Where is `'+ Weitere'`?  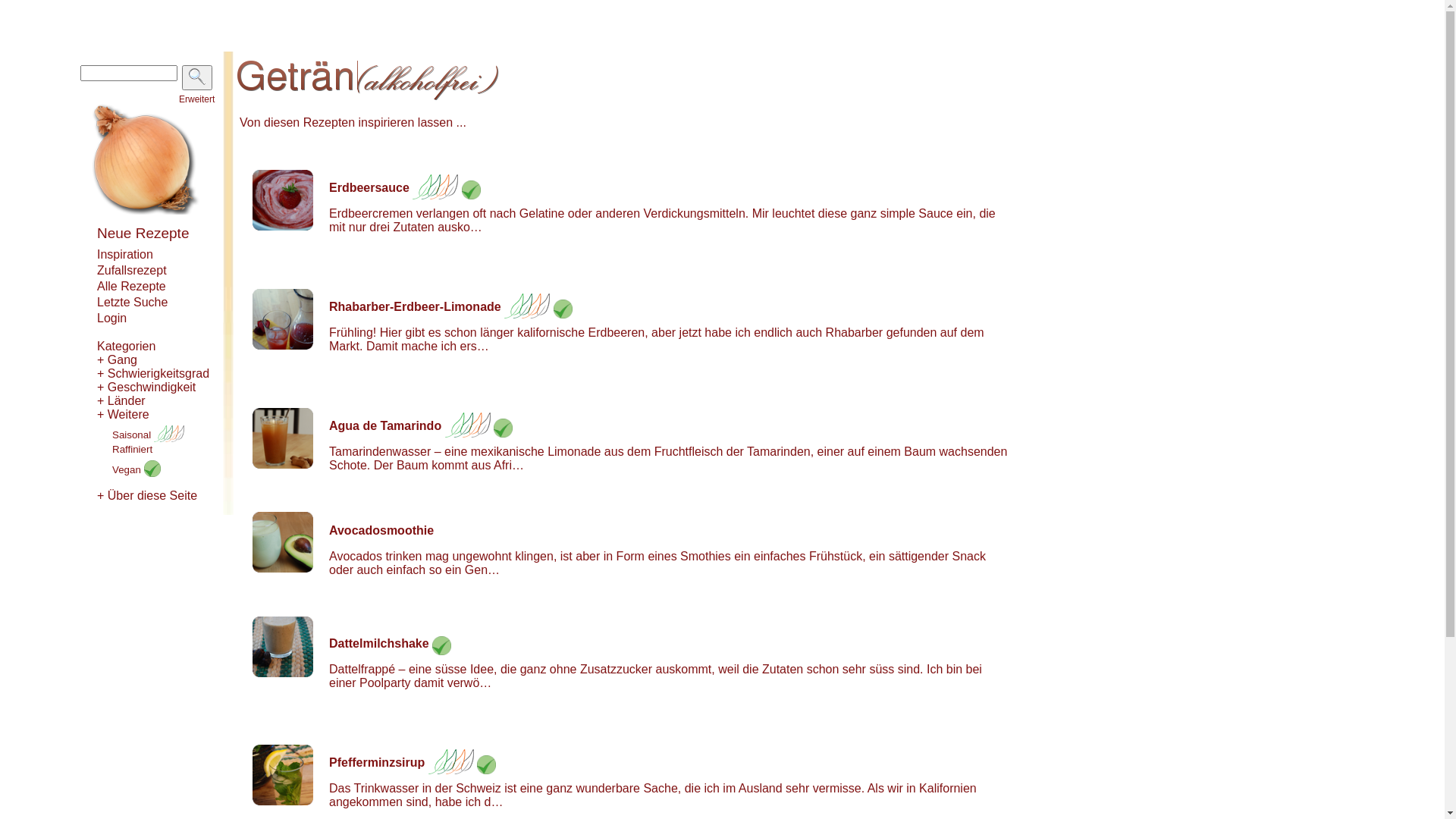 '+ Weitere' is located at coordinates (123, 414).